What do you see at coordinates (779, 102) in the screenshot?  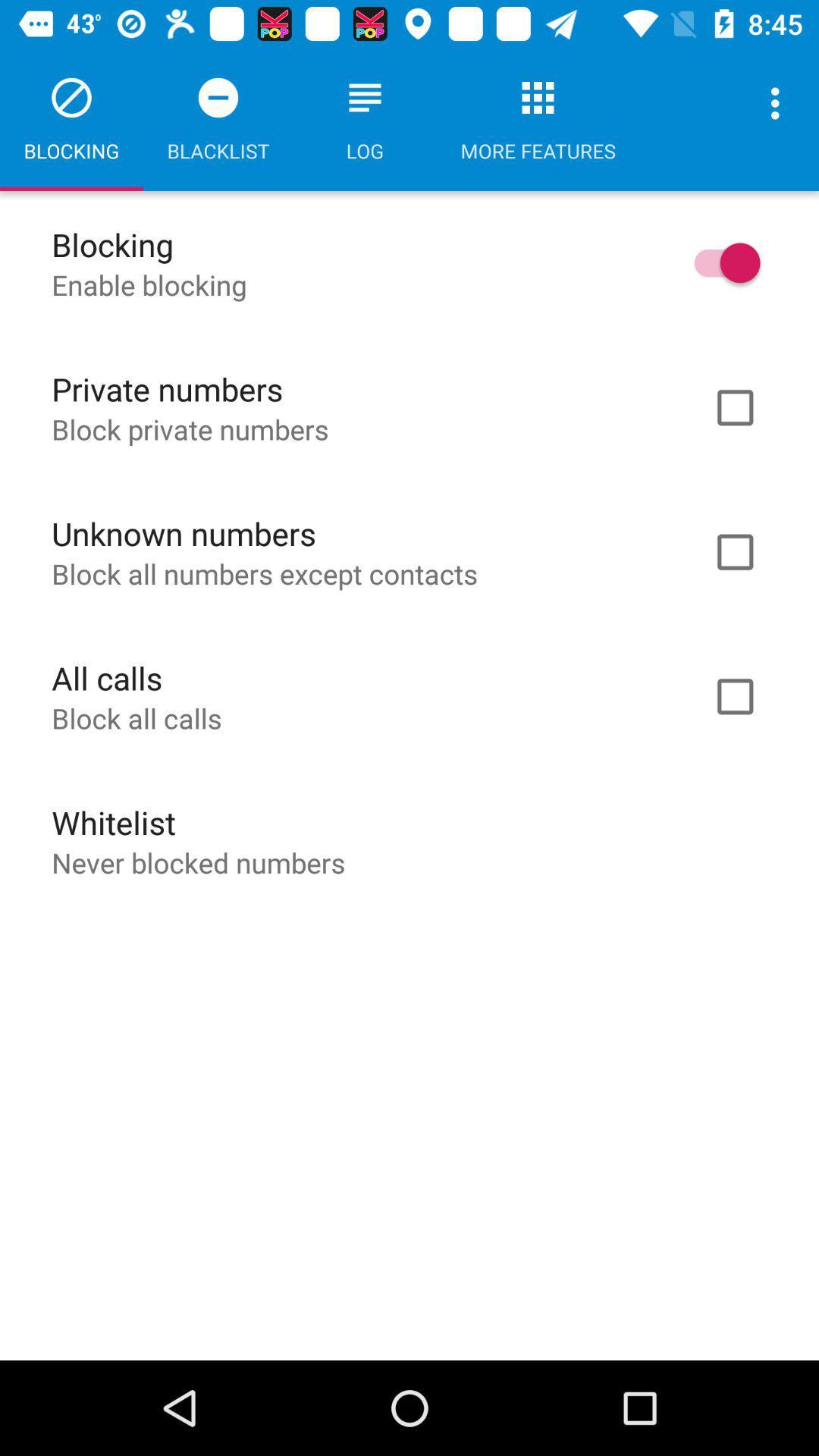 I see `item to the right of more features` at bounding box center [779, 102].